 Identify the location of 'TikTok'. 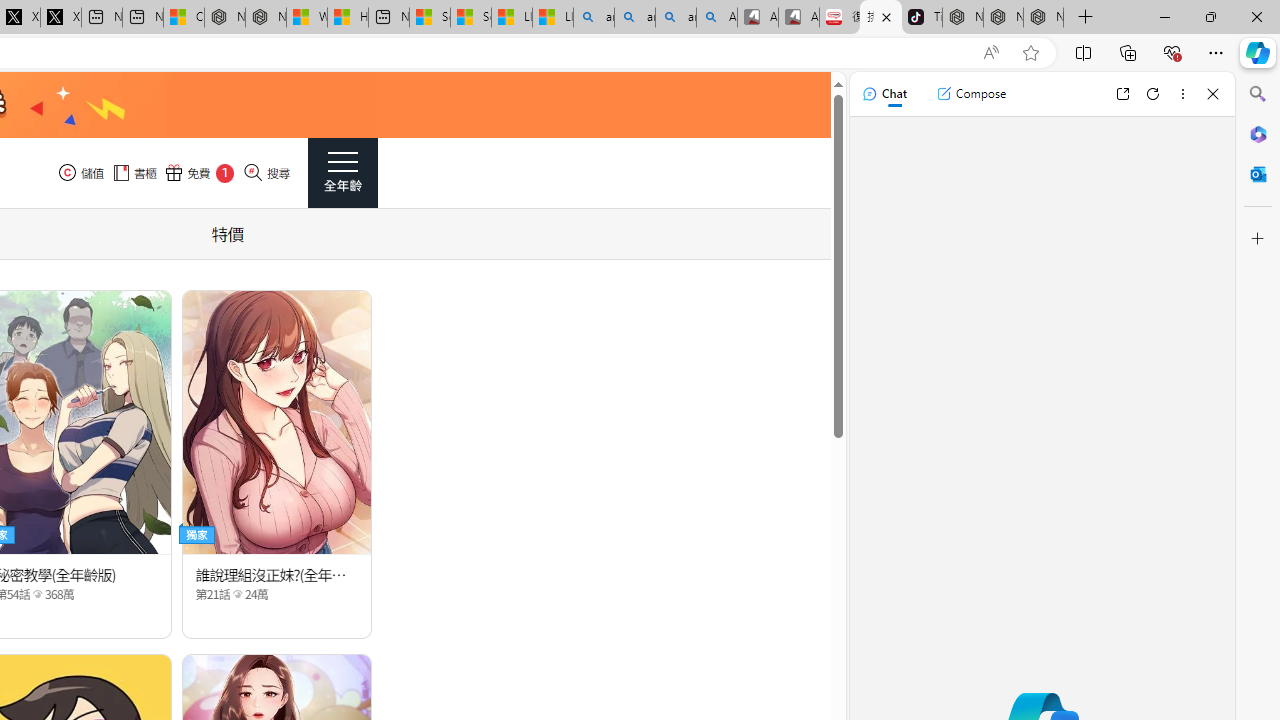
(921, 17).